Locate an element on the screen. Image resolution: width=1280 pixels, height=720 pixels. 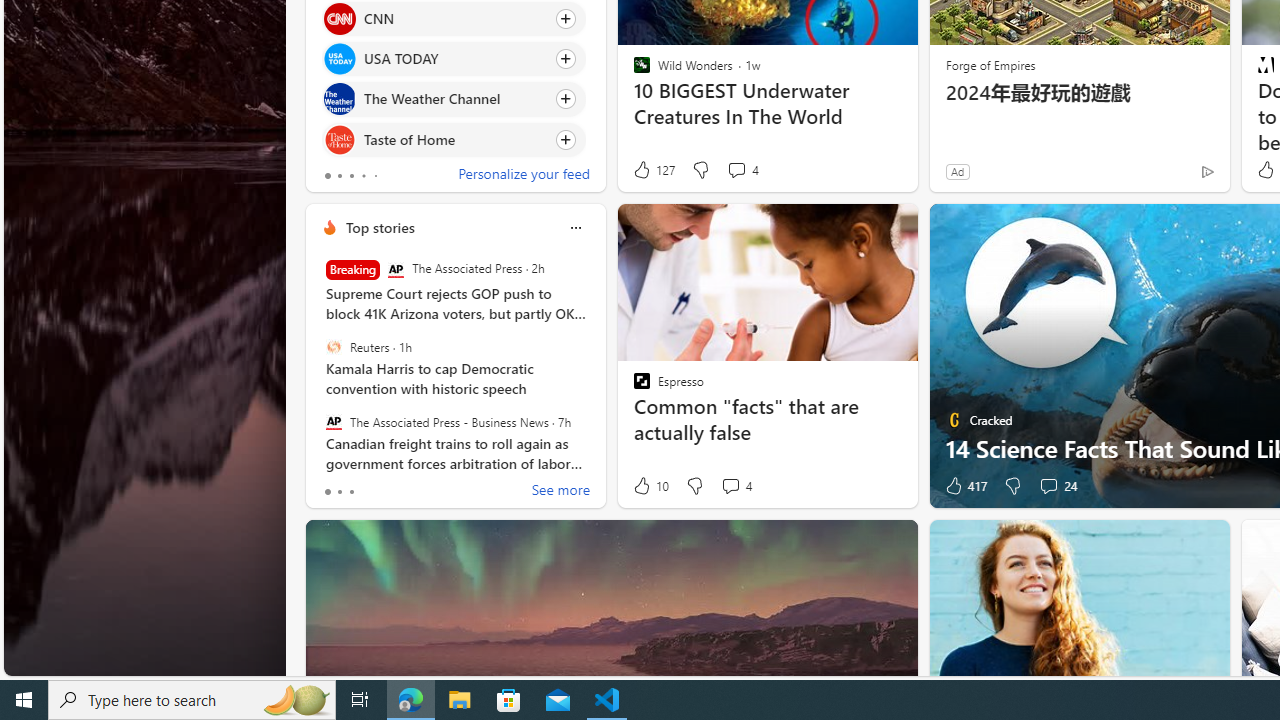
'tab-2' is located at coordinates (352, 492).